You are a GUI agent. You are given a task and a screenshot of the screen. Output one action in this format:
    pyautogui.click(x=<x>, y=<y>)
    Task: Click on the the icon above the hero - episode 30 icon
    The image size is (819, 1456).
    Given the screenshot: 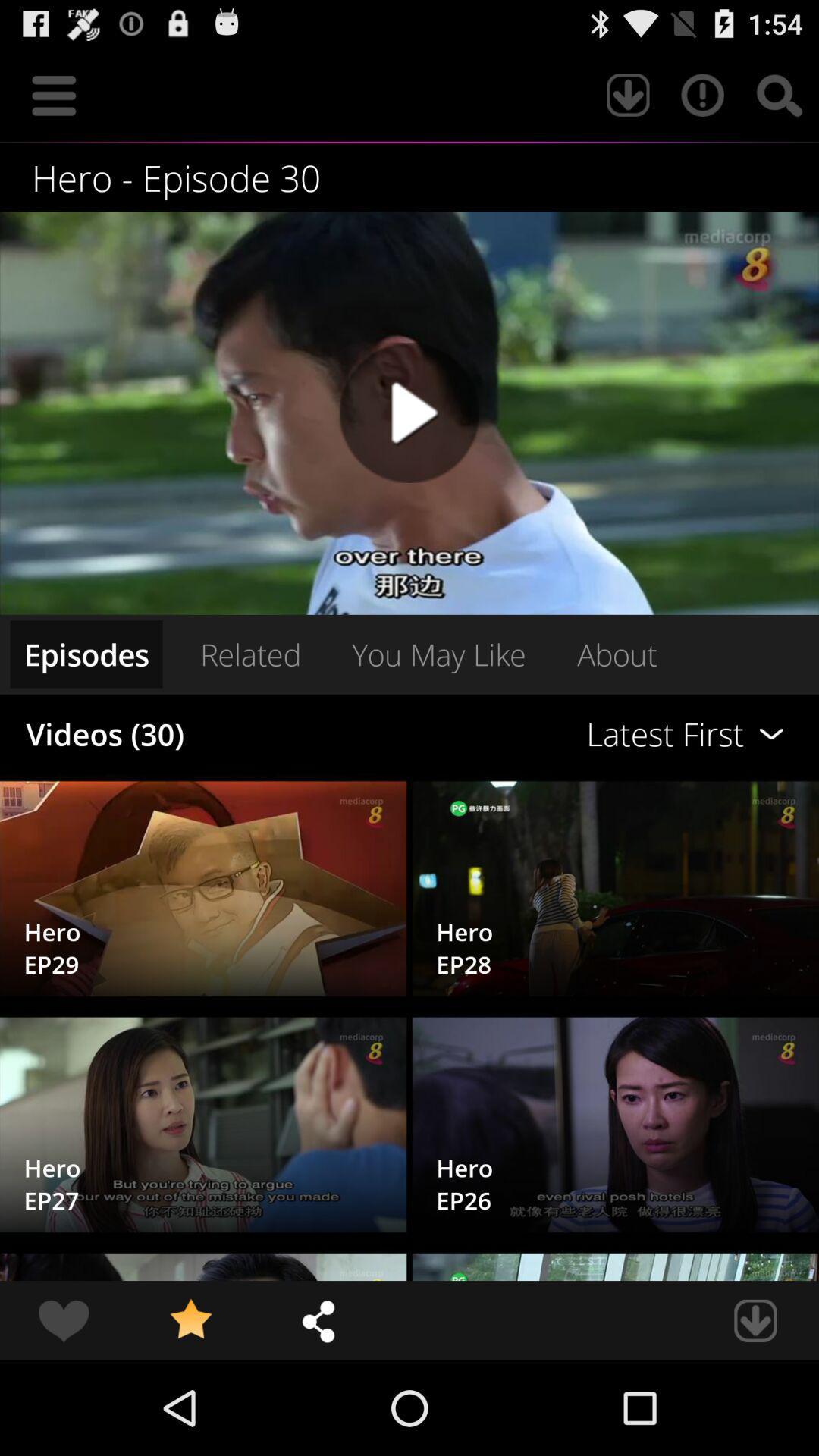 What is the action you would take?
    pyautogui.click(x=702, y=94)
    